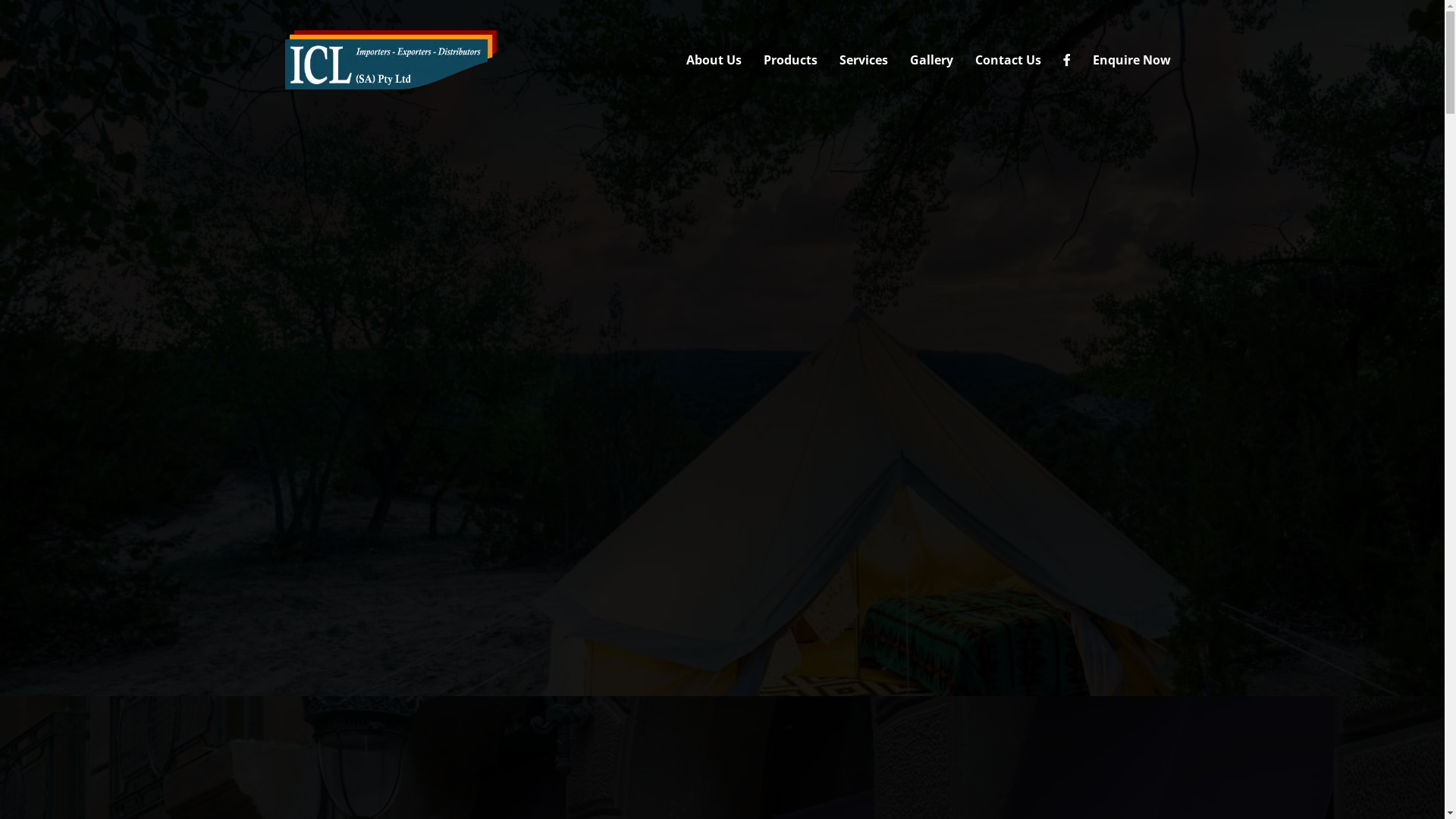 This screenshot has width=1456, height=819. Describe the element at coordinates (789, 58) in the screenshot. I see `'Products'` at that location.